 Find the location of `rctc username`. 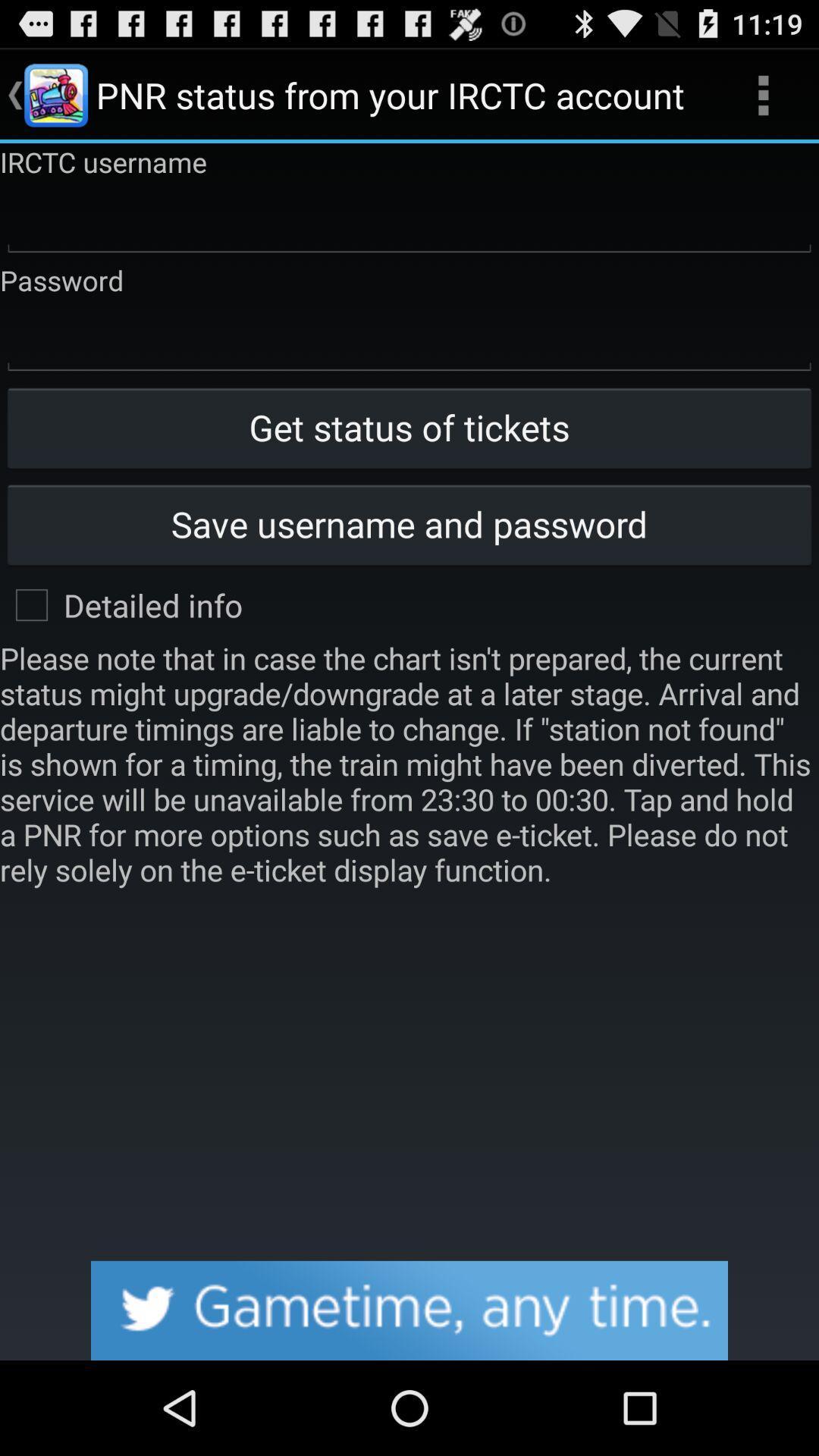

rctc username is located at coordinates (409, 220).